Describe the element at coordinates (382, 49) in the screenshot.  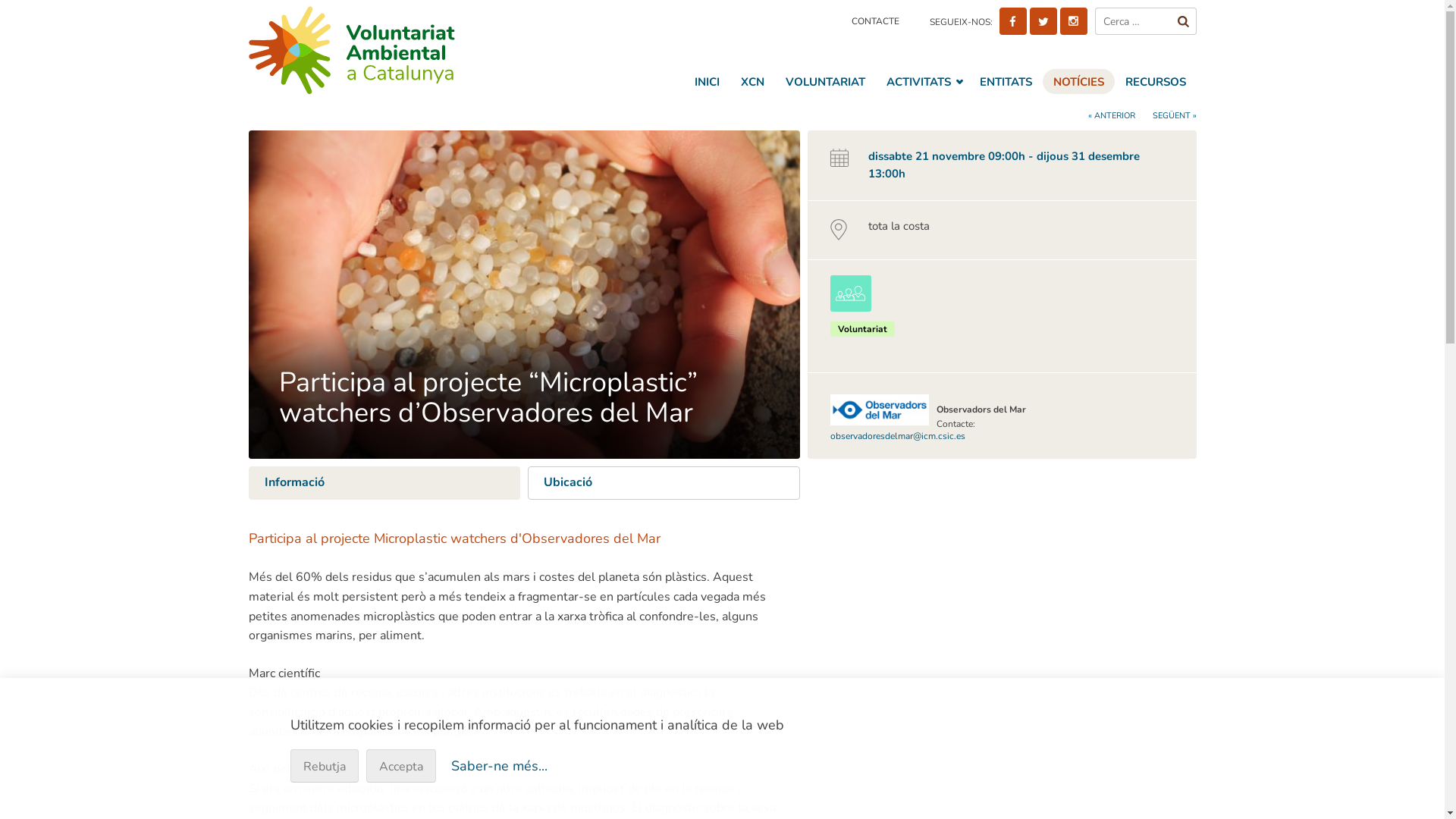
I see `'Voluntariat ambiental'` at that location.